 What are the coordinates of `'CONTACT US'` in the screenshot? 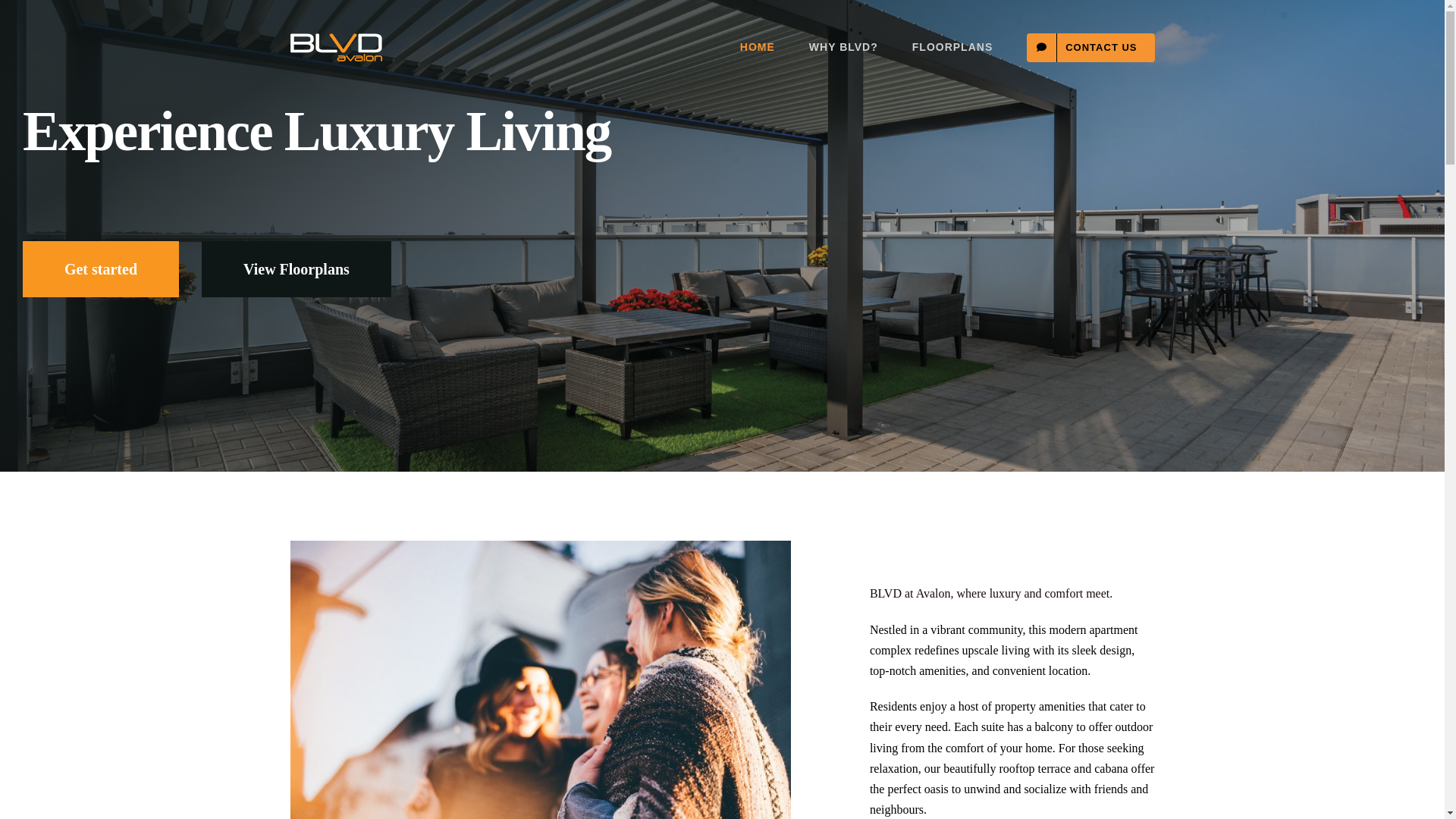 It's located at (1090, 45).